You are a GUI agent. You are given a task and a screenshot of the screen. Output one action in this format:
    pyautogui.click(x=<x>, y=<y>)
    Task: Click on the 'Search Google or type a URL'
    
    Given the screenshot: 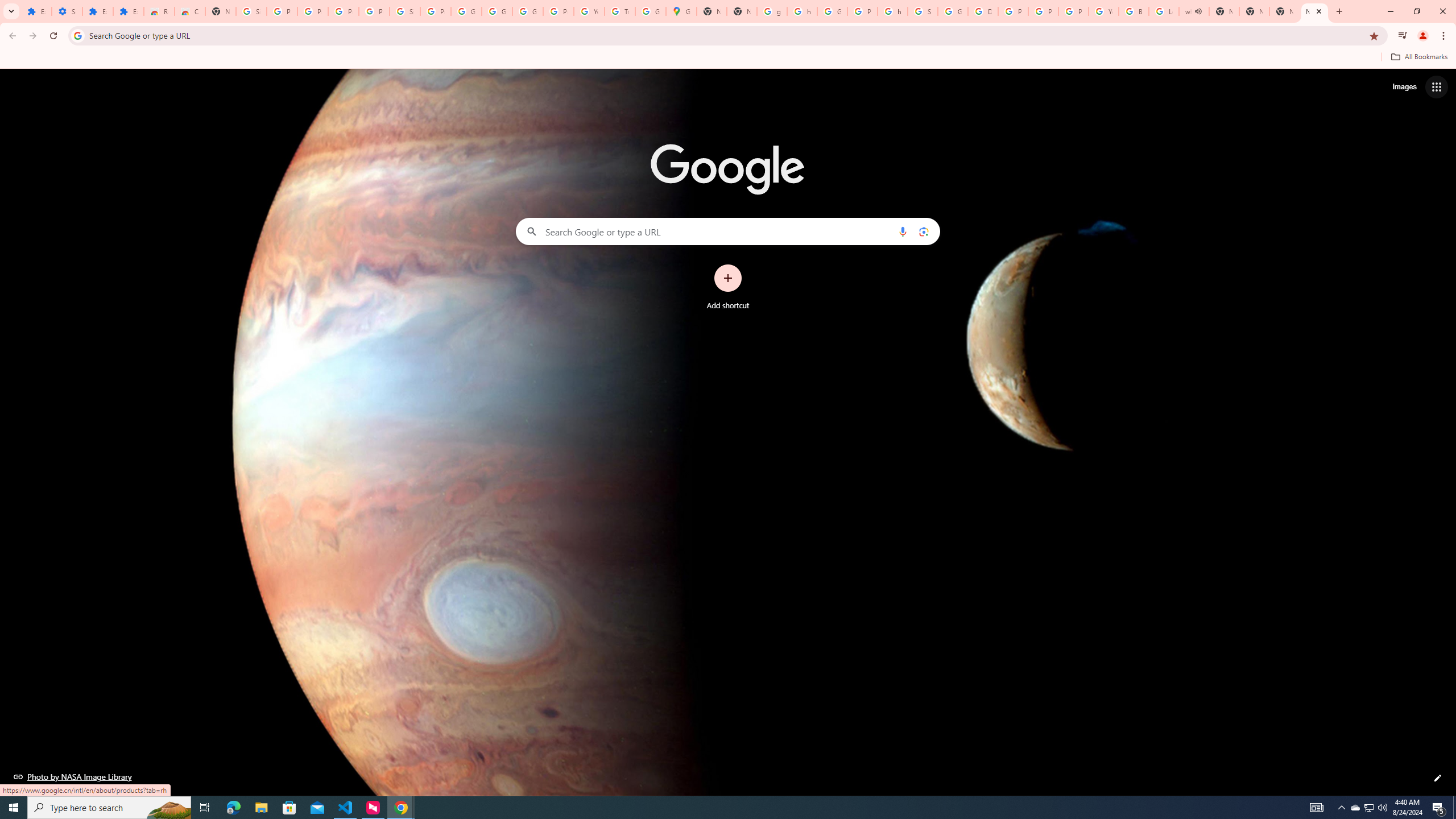 What is the action you would take?
    pyautogui.click(x=728, y=230)
    